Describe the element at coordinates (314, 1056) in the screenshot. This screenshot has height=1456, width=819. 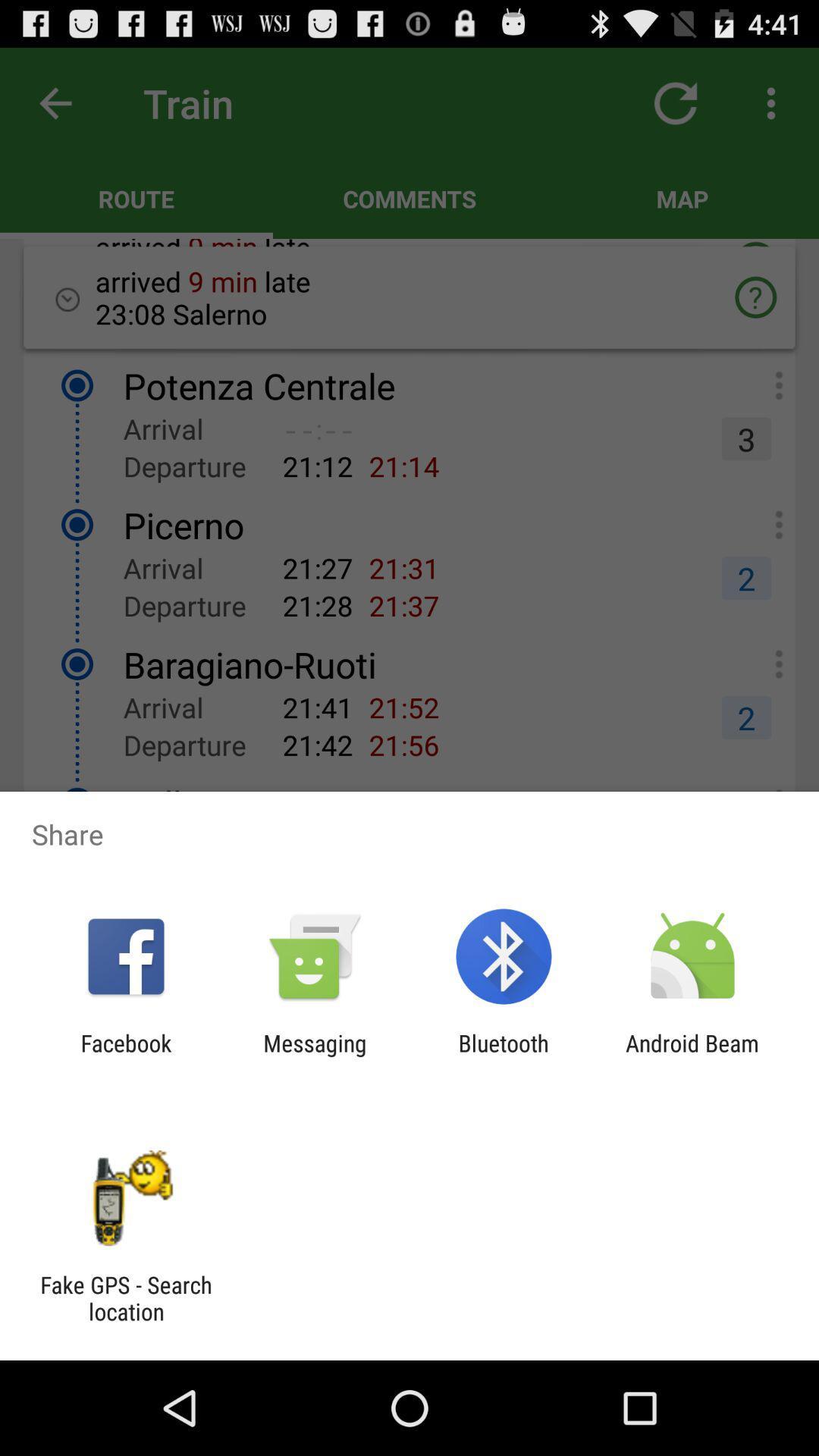
I see `messaging item` at that location.